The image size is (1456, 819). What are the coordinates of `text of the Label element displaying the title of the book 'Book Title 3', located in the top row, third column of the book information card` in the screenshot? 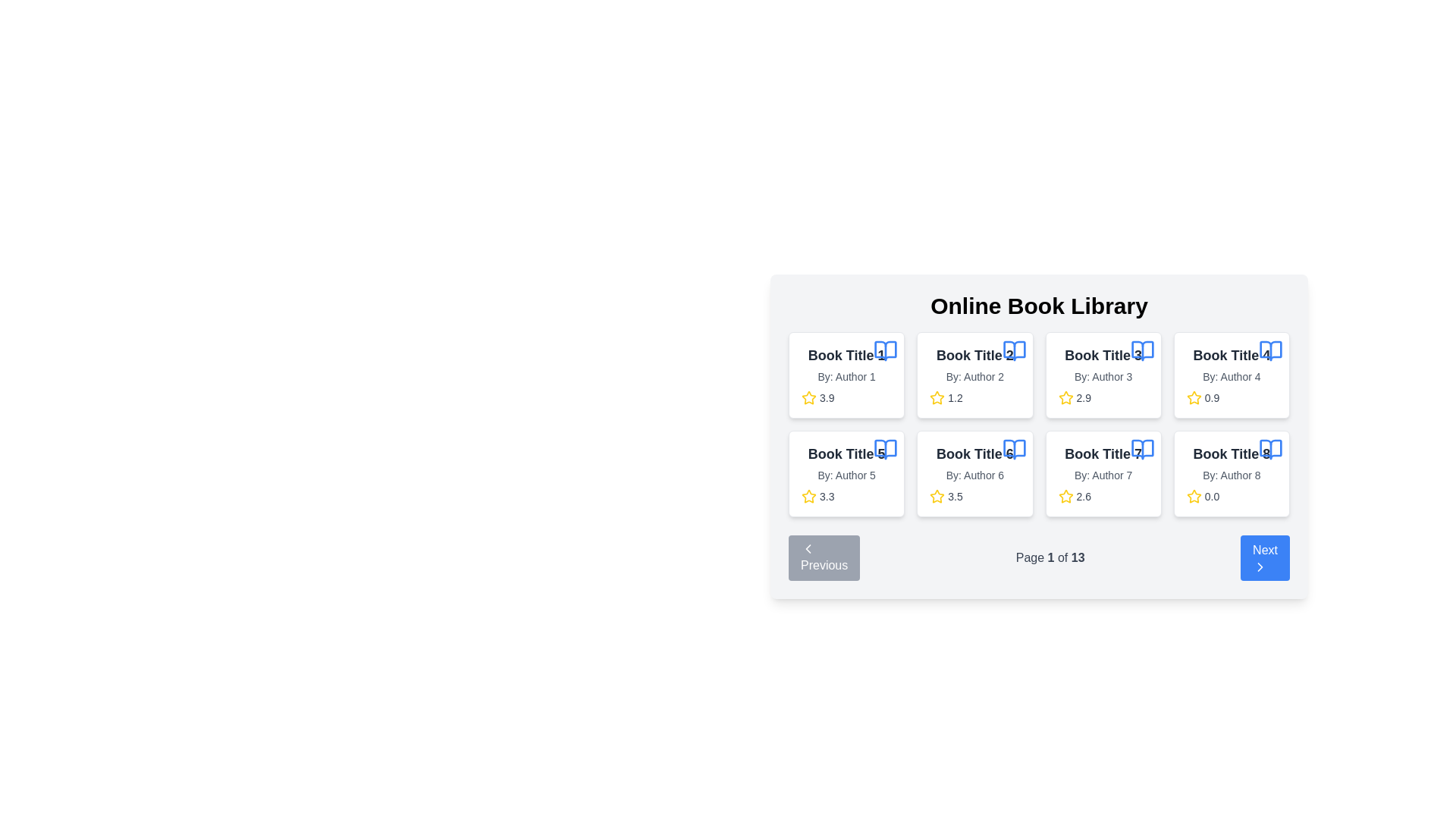 It's located at (1103, 356).